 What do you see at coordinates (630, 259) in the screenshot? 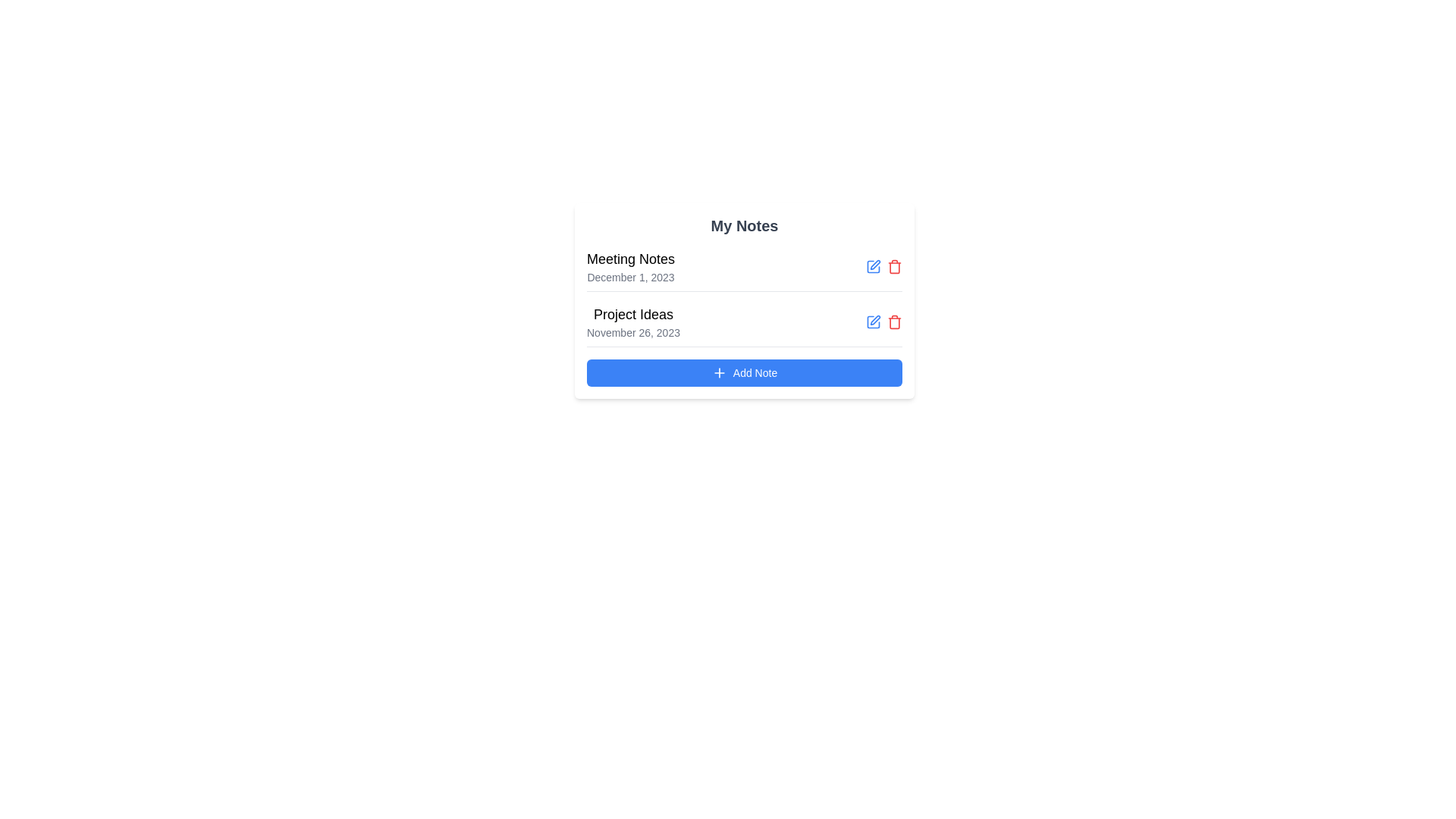
I see `the 'Meeting Notes' title element, which is styled with bold text and positioned at the top of the 'My Notes' section` at bounding box center [630, 259].